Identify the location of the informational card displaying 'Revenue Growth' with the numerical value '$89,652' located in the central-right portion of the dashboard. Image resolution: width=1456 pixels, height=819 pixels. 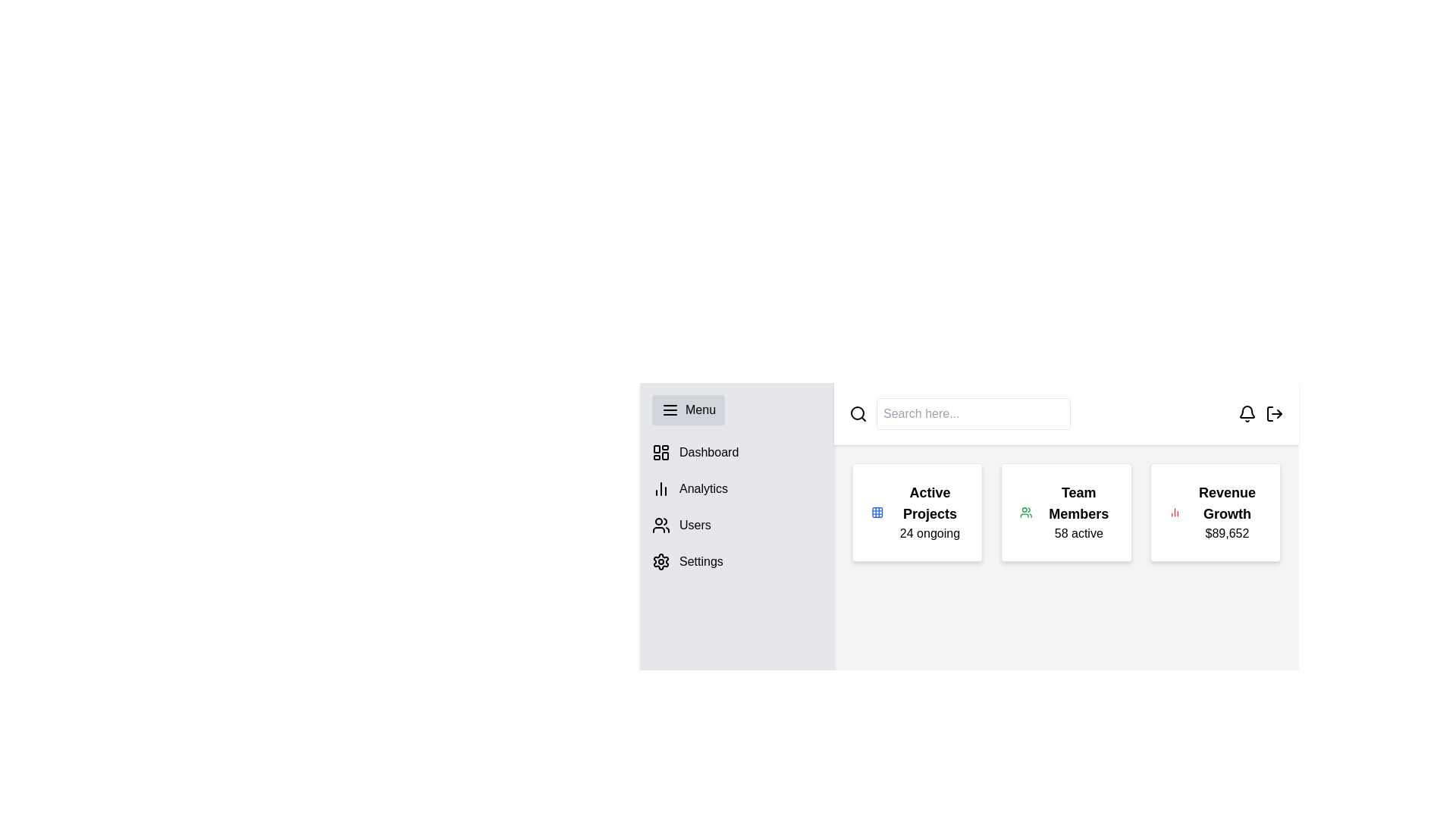
(1227, 512).